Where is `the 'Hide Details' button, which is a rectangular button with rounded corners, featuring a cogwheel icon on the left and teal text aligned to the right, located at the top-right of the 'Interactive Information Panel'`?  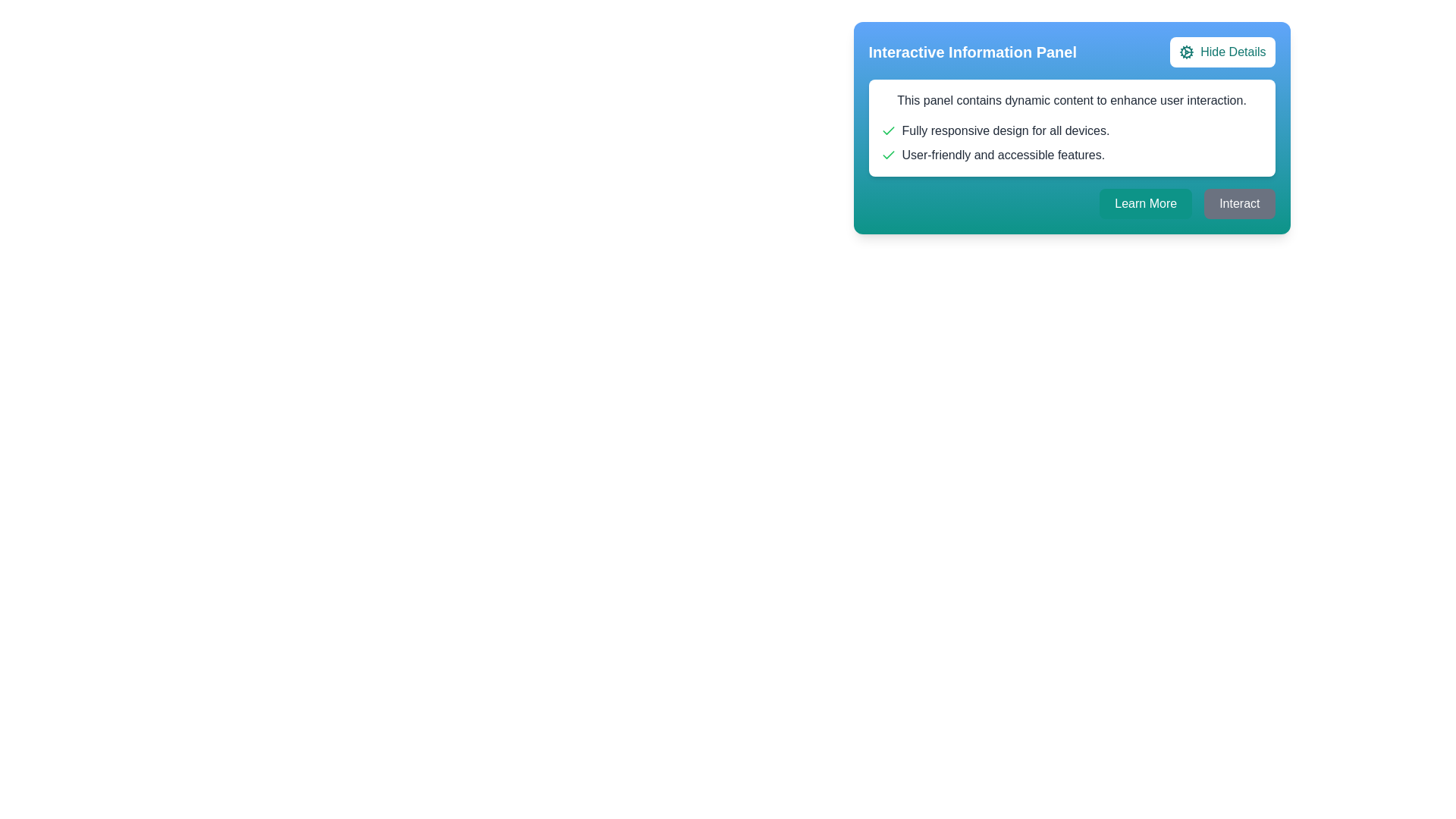
the 'Hide Details' button, which is a rectangular button with rounded corners, featuring a cogwheel icon on the left and teal text aligned to the right, located at the top-right of the 'Interactive Information Panel' is located at coordinates (1222, 52).